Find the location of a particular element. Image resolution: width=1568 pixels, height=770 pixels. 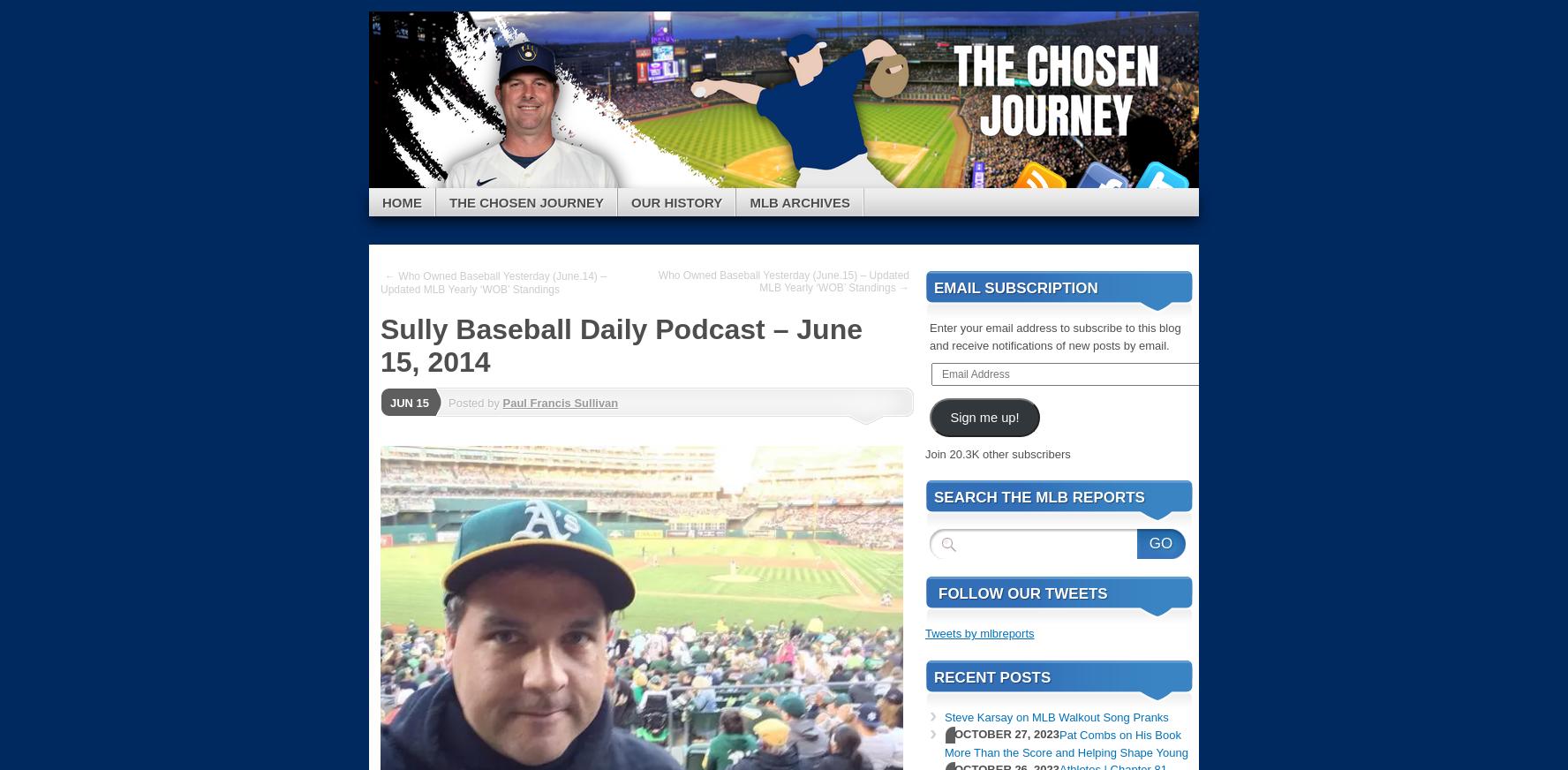

'Paul Francis Sullivan' is located at coordinates (559, 401).